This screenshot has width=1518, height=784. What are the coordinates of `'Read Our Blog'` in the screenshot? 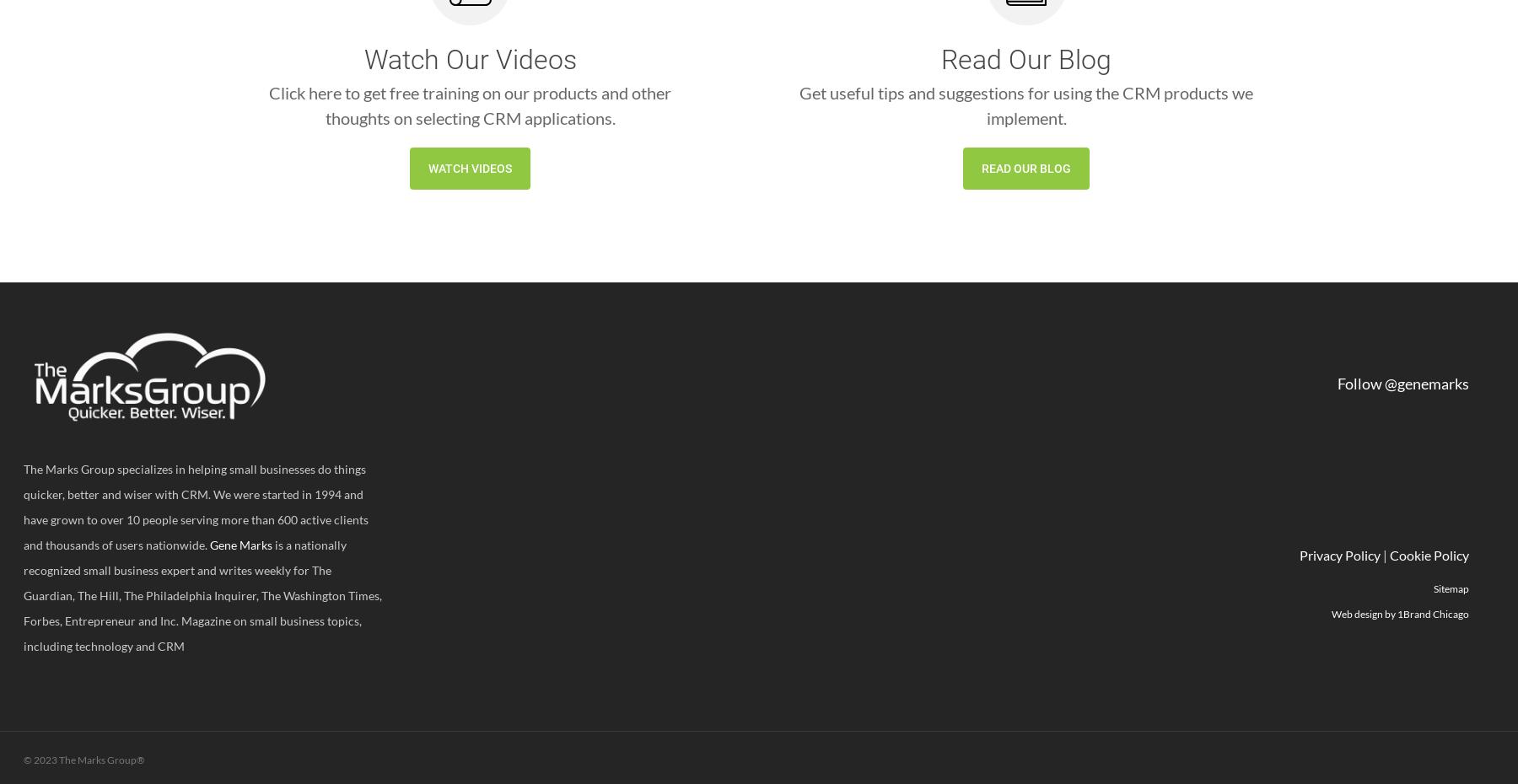 It's located at (1025, 58).